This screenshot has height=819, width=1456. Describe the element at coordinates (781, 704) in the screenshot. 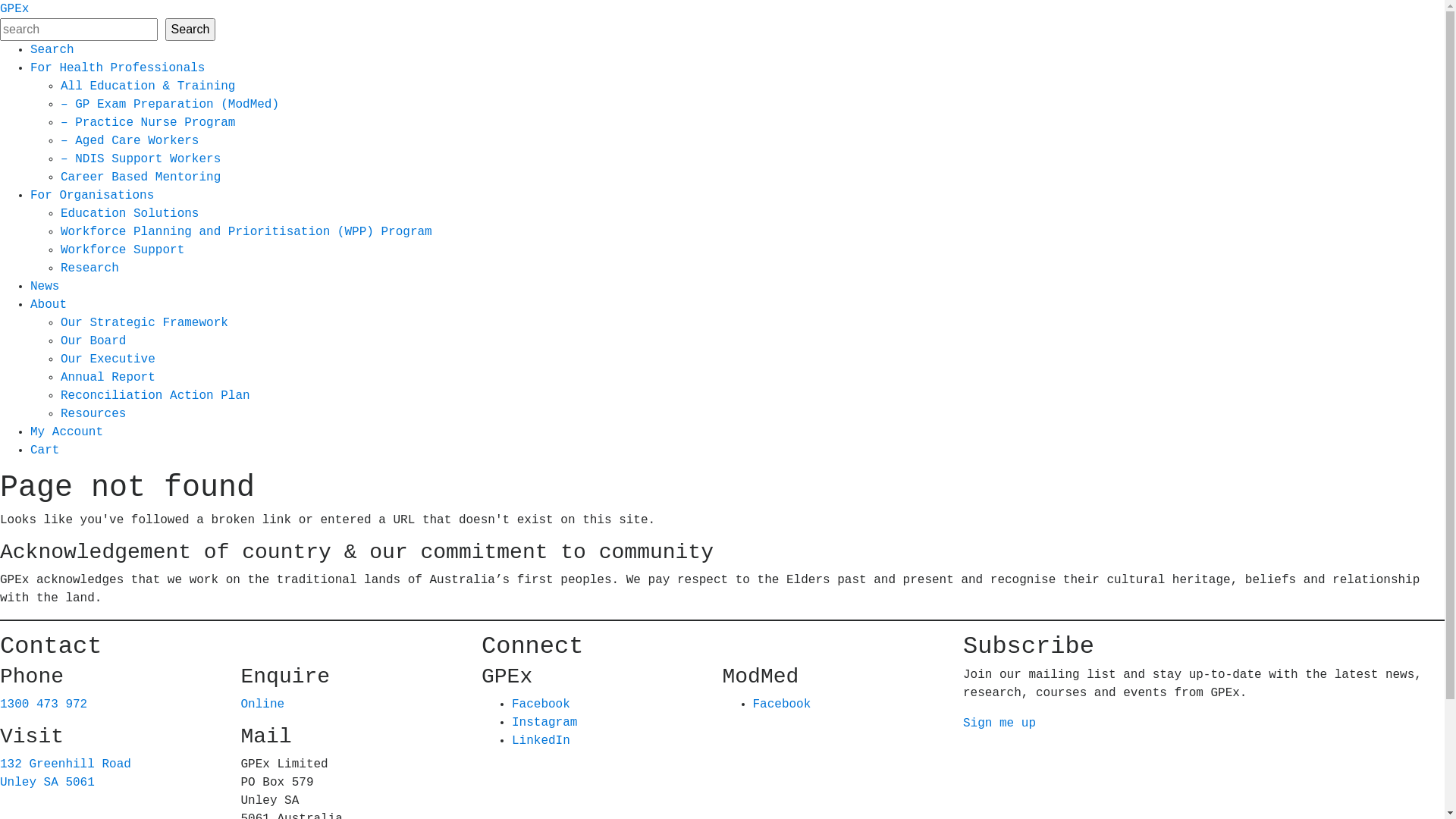

I see `'Facebook'` at that location.